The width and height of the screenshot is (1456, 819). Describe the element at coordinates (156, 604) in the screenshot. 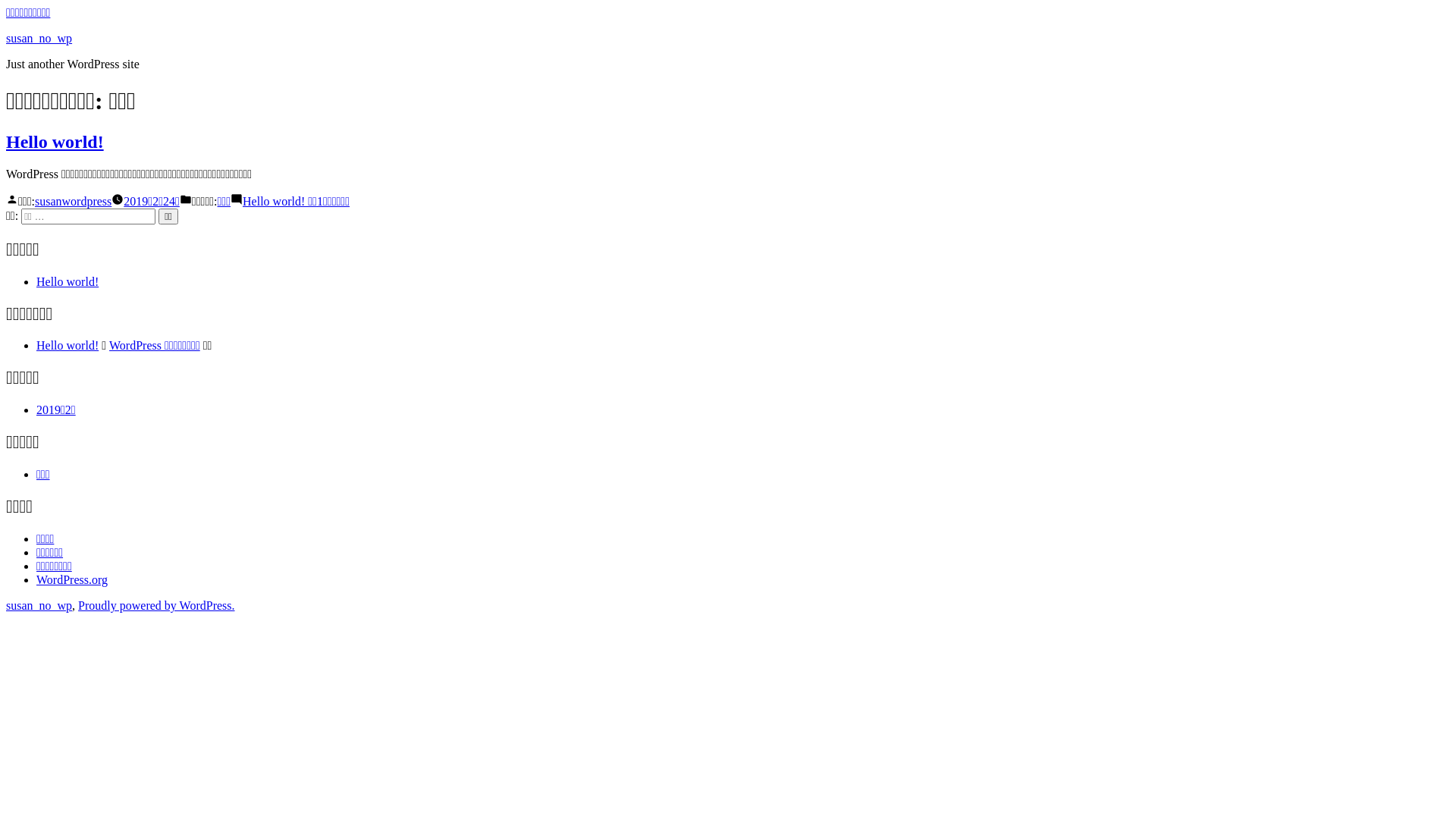

I see `'Proudly powered by WordPress.'` at that location.